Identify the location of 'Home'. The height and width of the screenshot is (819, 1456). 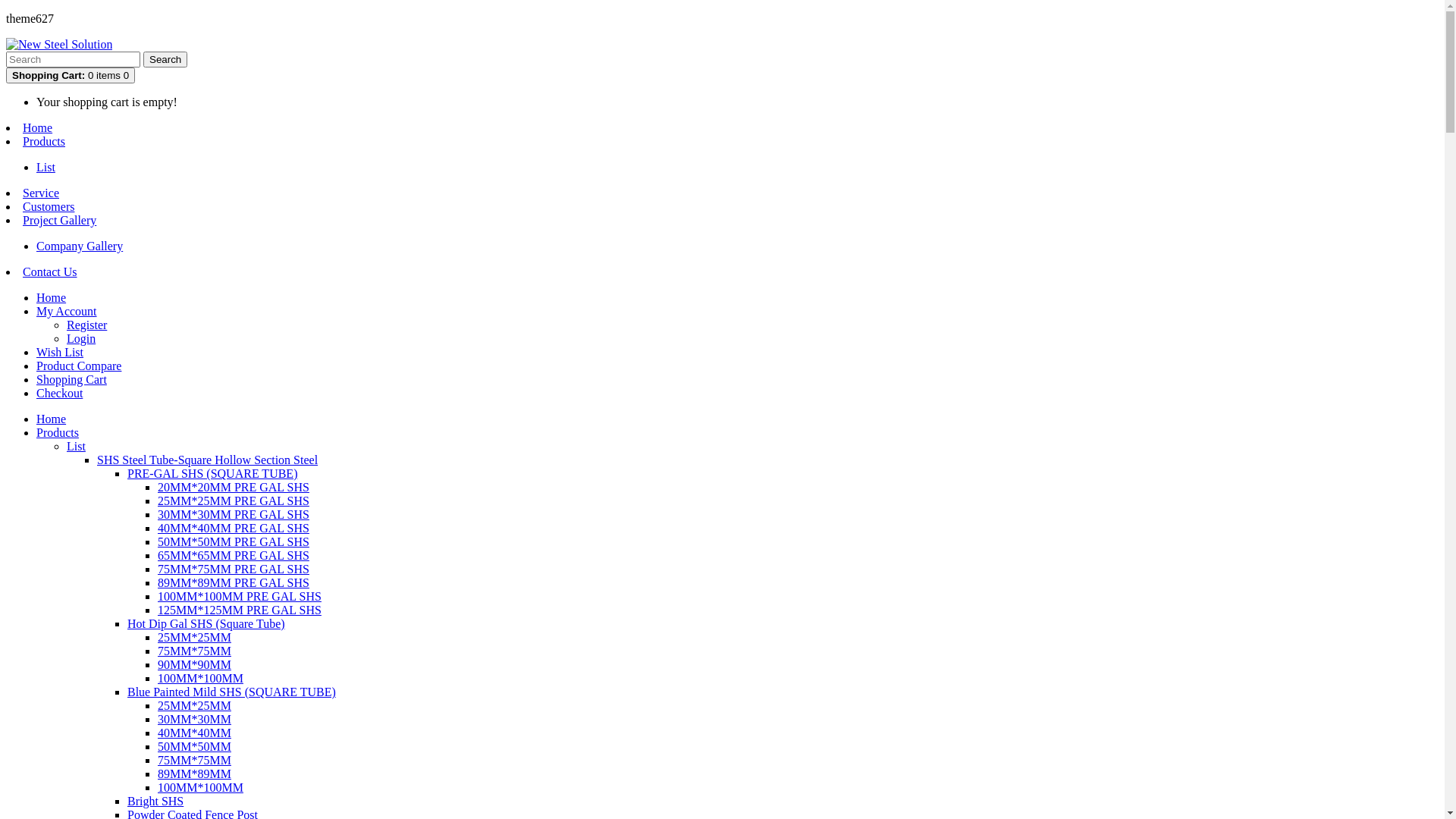
(37, 127).